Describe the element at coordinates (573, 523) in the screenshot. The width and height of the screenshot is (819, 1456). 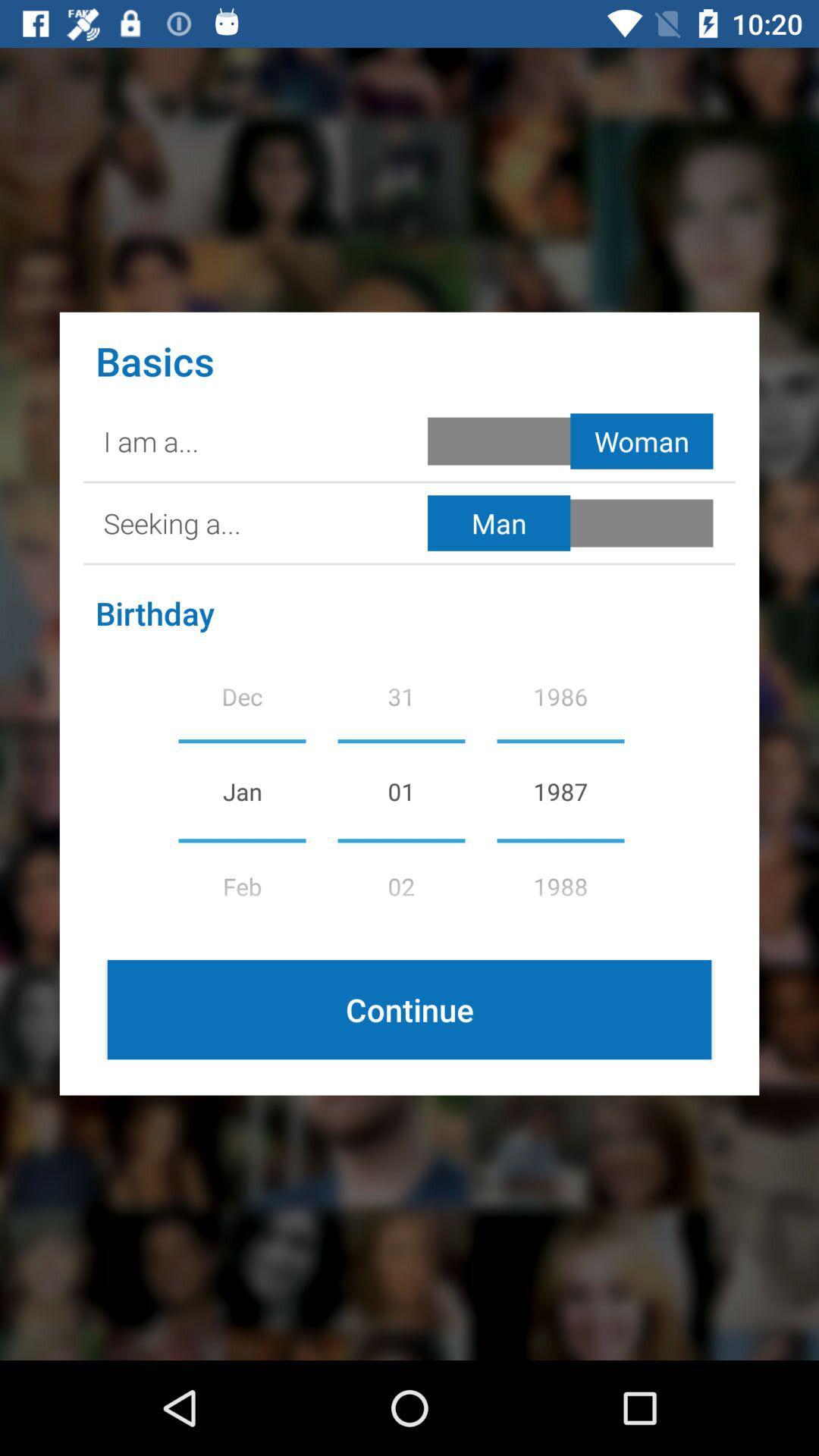
I see `address page` at that location.